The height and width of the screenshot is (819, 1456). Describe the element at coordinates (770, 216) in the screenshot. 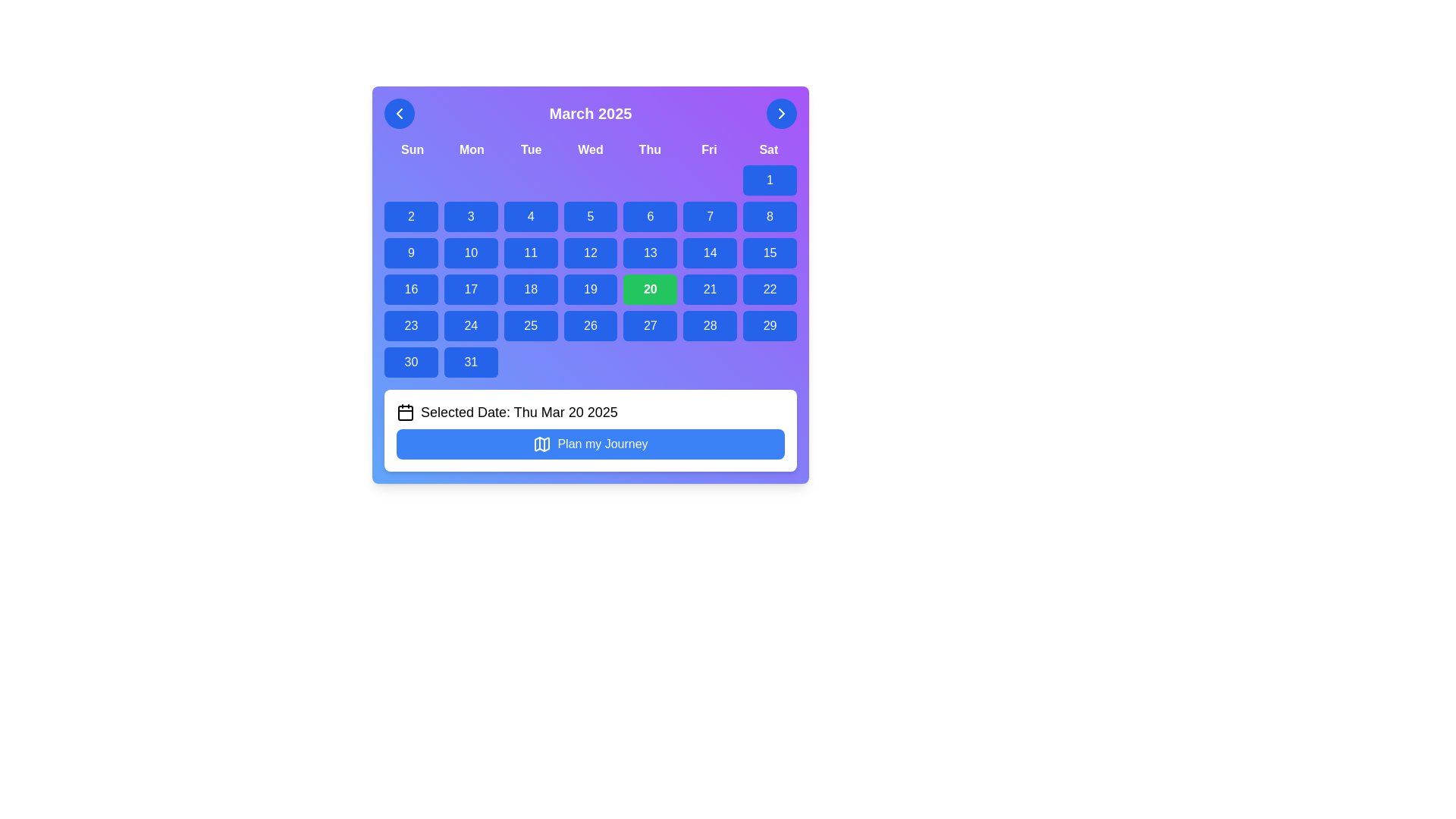

I see `the button representing the calendar date '8'` at that location.